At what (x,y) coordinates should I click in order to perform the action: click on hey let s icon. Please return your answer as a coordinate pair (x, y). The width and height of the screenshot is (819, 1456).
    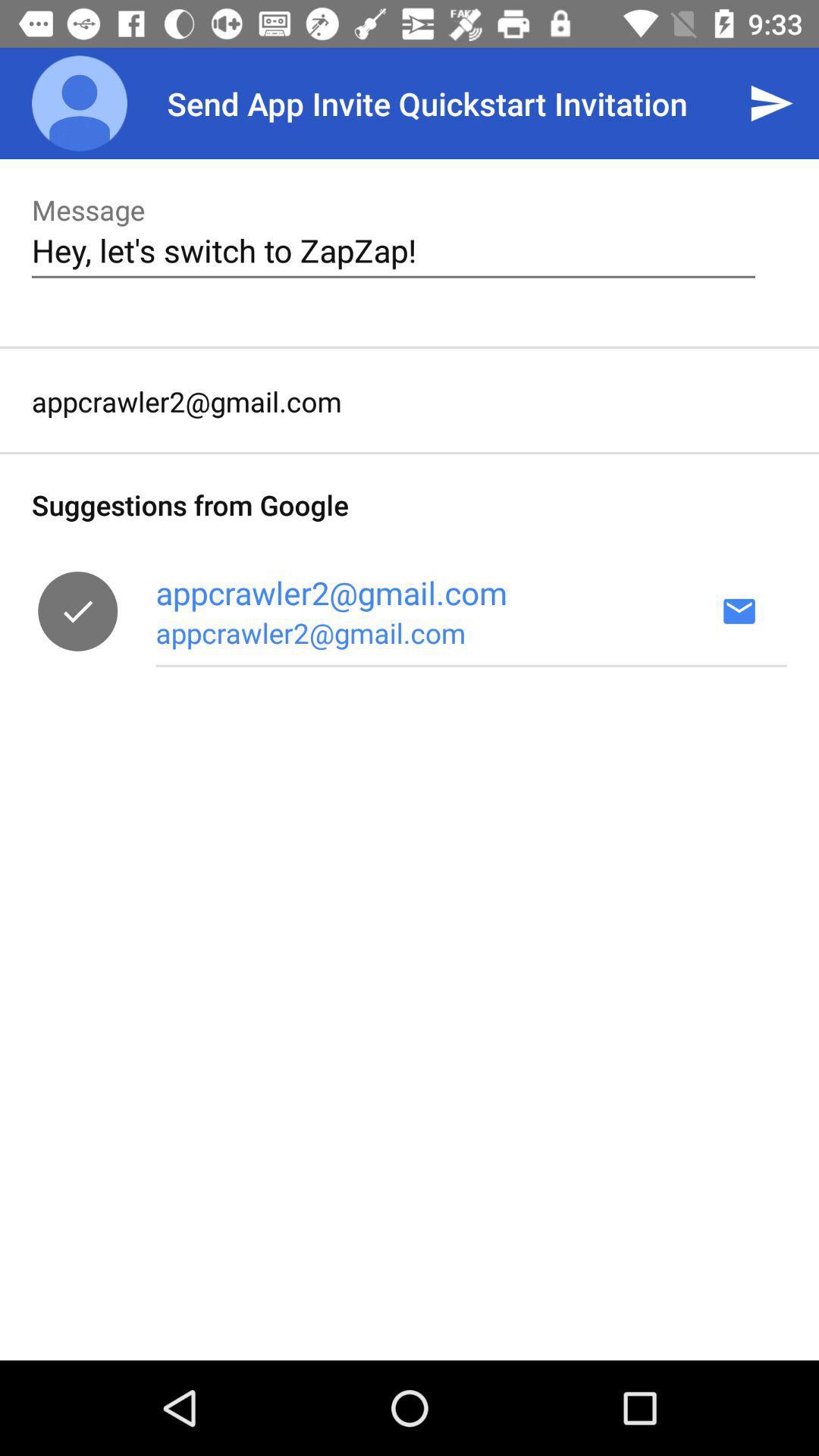
    Looking at the image, I should click on (393, 250).